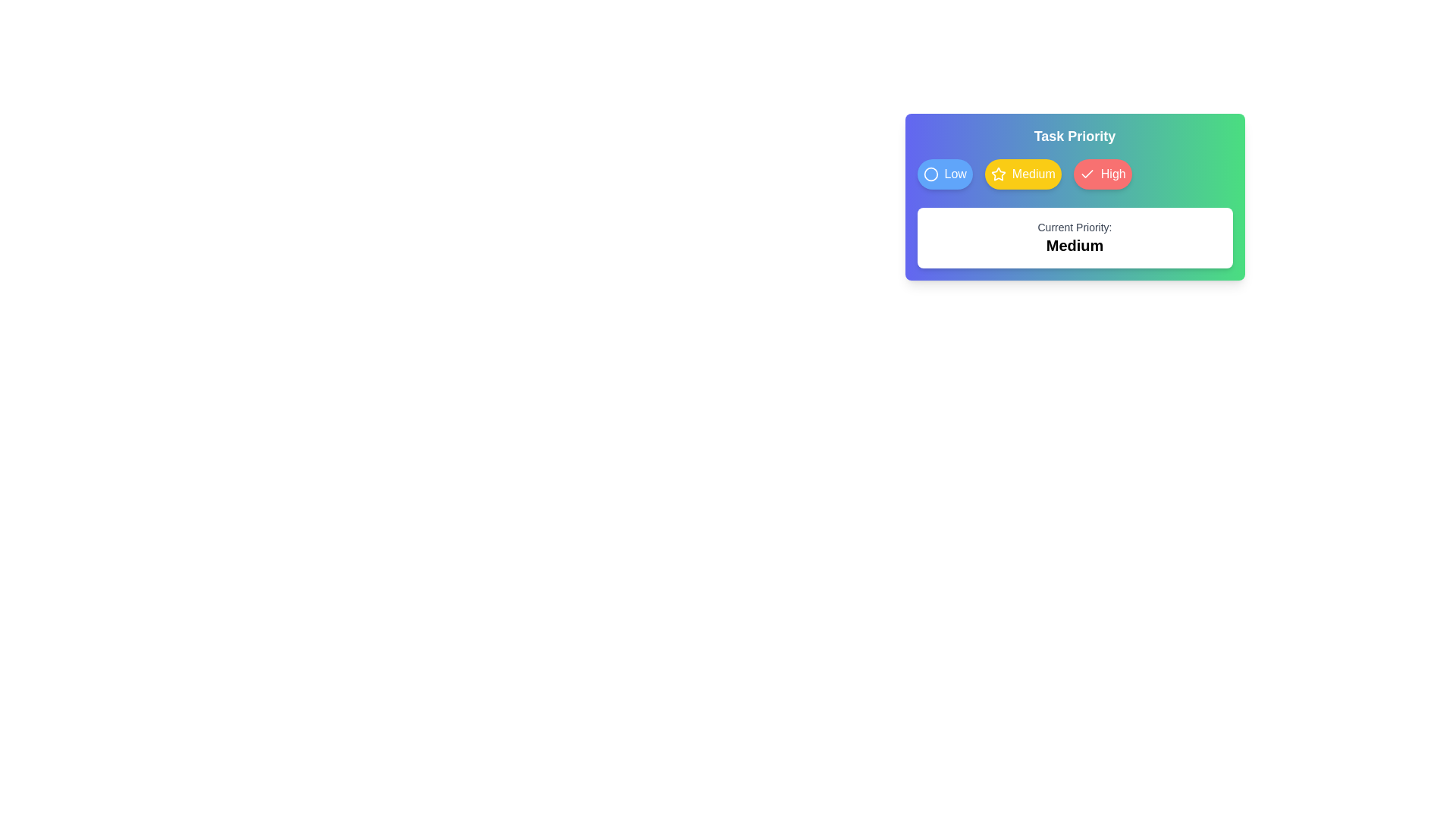 This screenshot has width=1456, height=819. Describe the element at coordinates (1033, 174) in the screenshot. I see `the 'Medium' button which is a yellow button with white text, located centrally in the task priority selection interface` at that location.